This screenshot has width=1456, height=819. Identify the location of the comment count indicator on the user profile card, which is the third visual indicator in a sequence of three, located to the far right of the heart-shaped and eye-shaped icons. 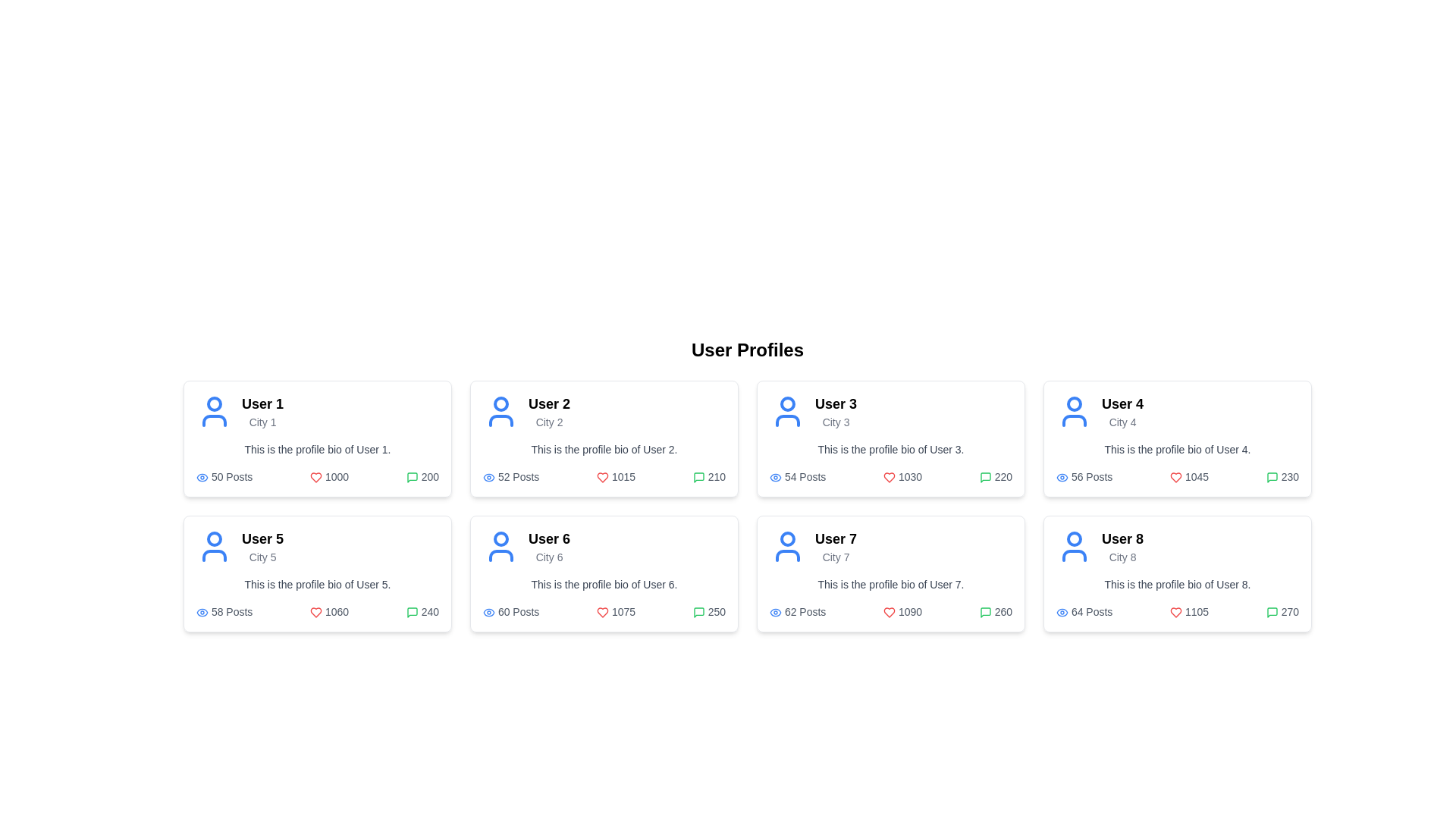
(1282, 475).